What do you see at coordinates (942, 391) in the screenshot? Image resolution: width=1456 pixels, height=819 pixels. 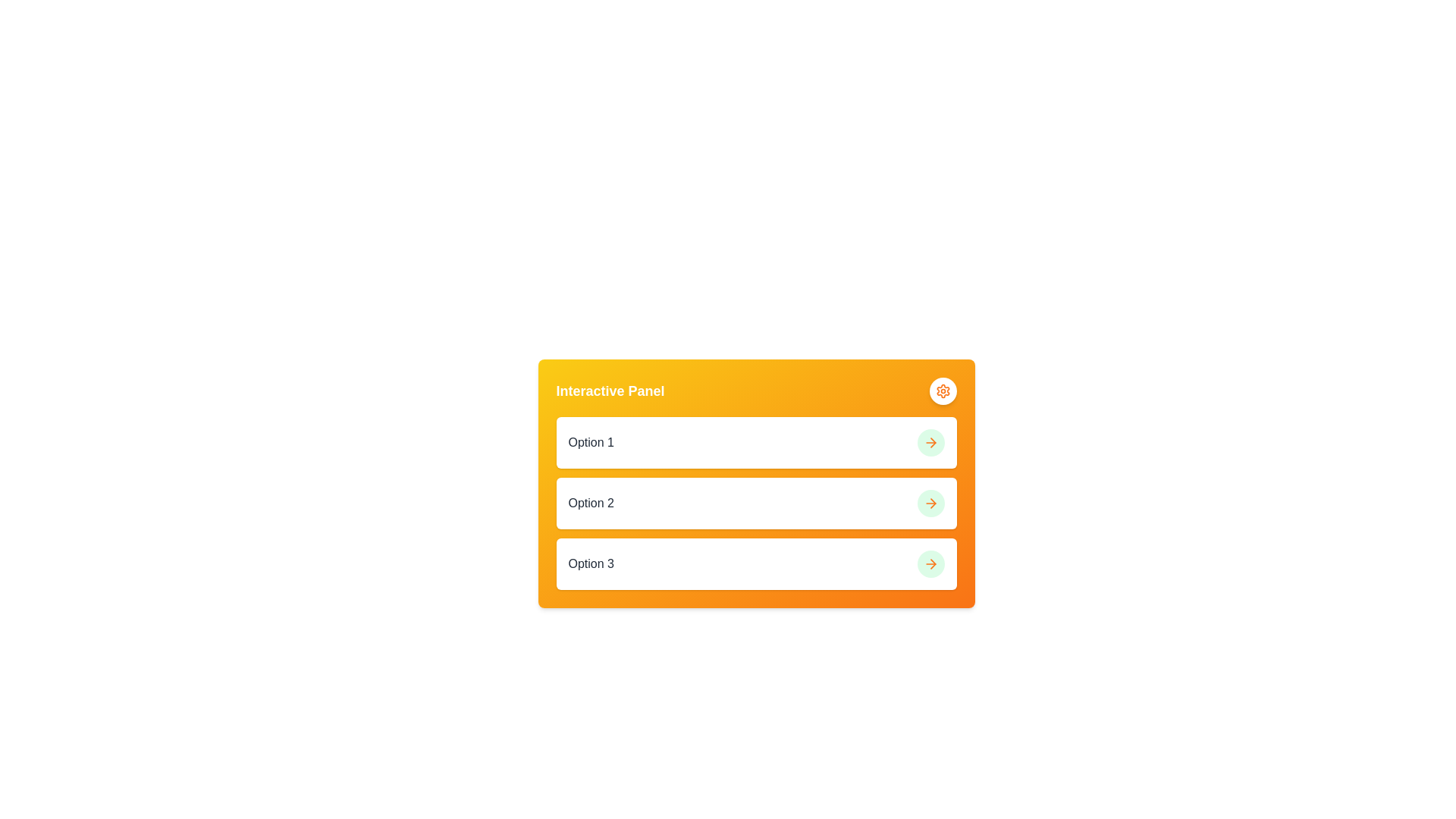 I see `the settings button located at the top-right corner of the Interactive Panel` at bounding box center [942, 391].